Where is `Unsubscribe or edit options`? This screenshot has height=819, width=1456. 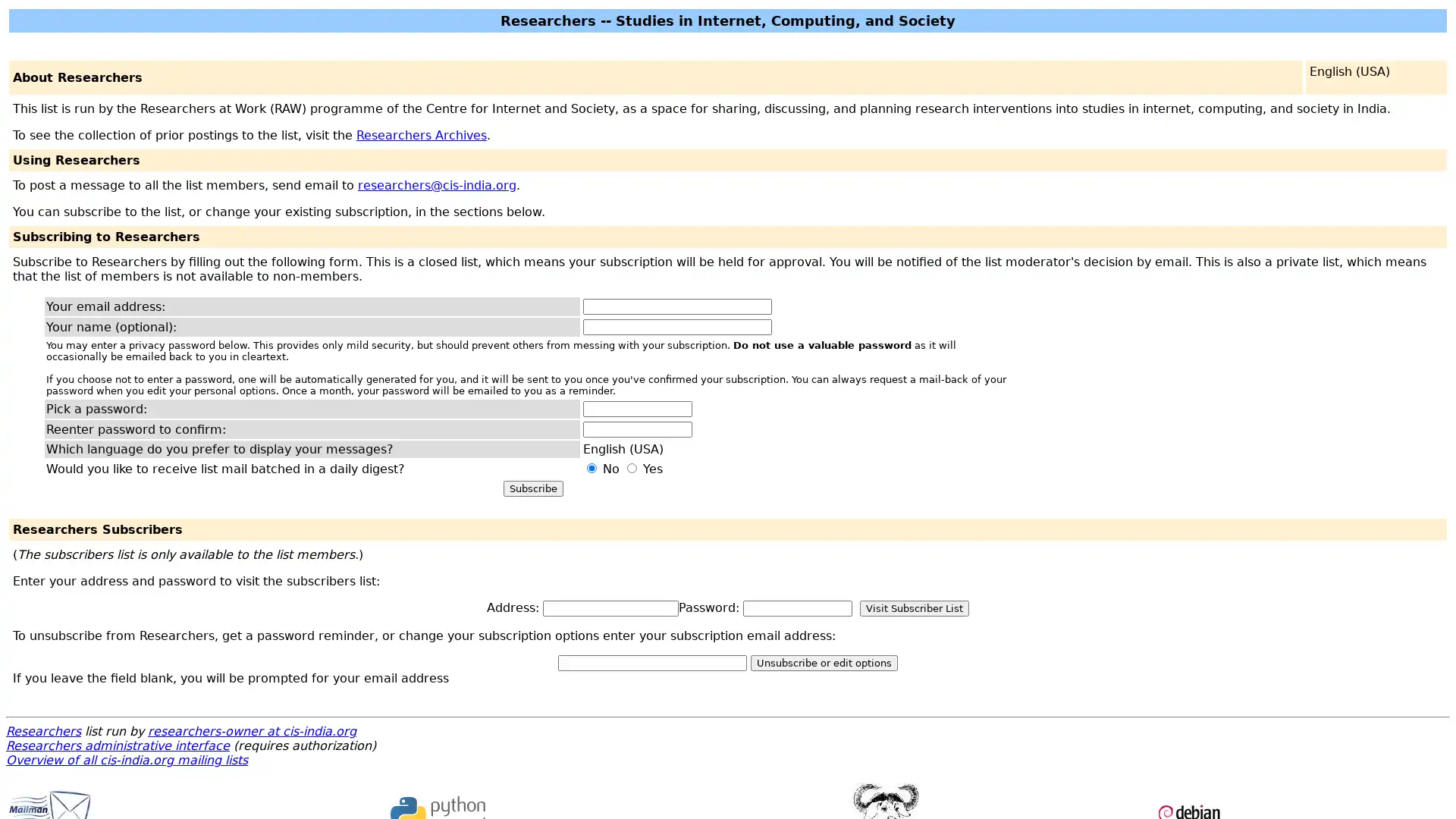 Unsubscribe or edit options is located at coordinates (823, 662).